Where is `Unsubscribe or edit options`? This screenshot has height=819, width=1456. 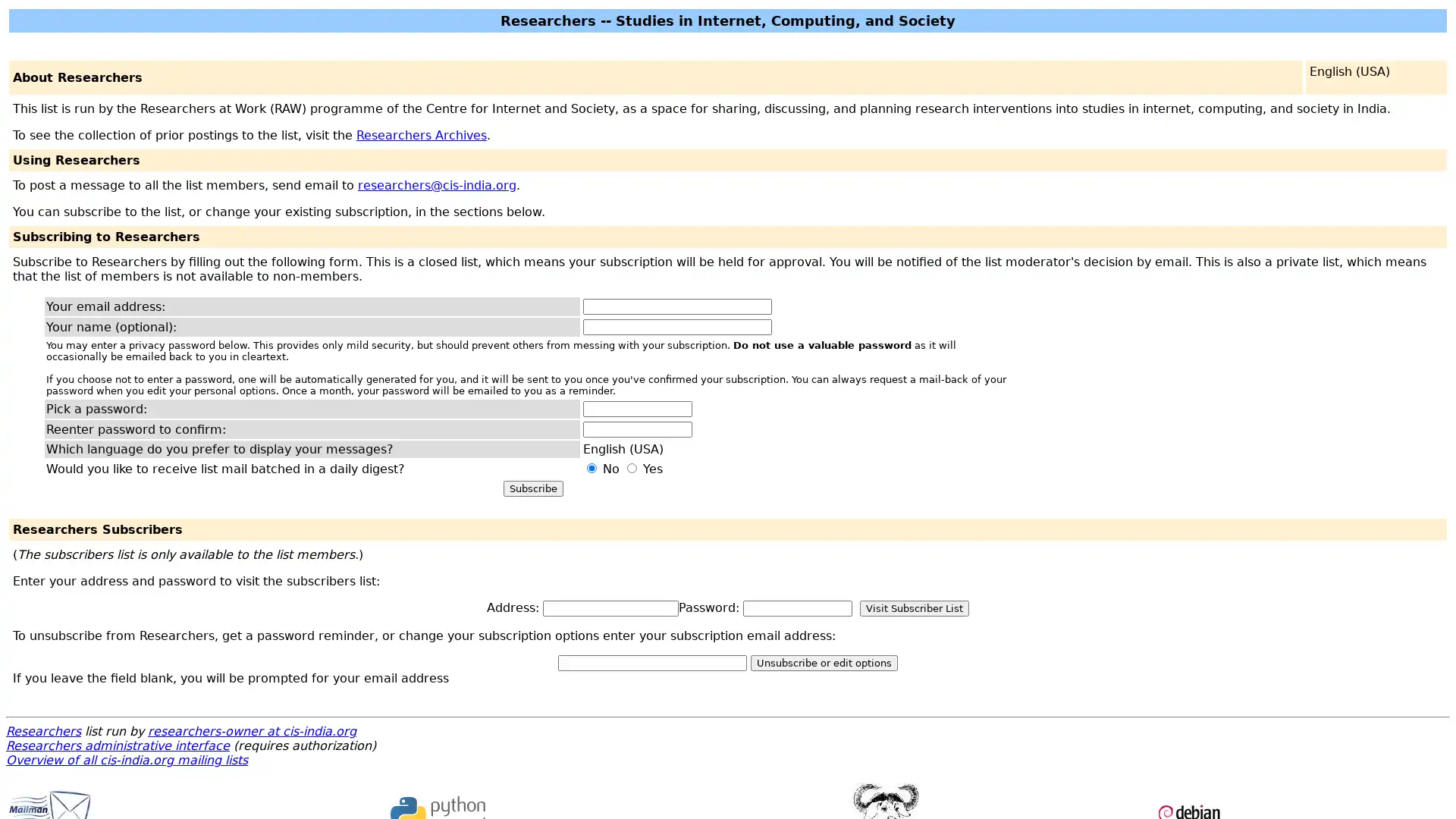 Unsubscribe or edit options is located at coordinates (823, 662).